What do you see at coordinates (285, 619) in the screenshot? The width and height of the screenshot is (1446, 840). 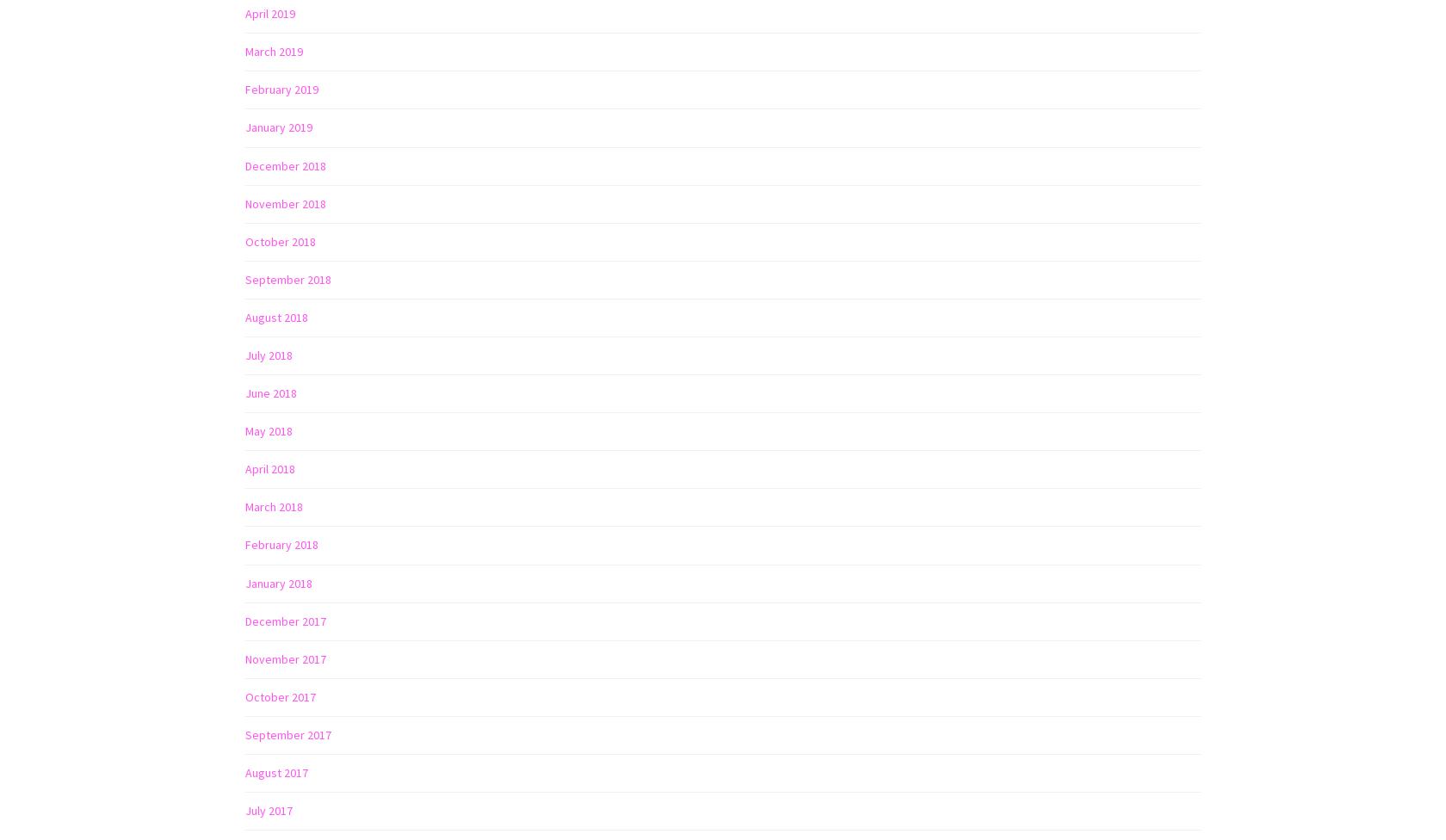 I see `'December 2017'` at bounding box center [285, 619].